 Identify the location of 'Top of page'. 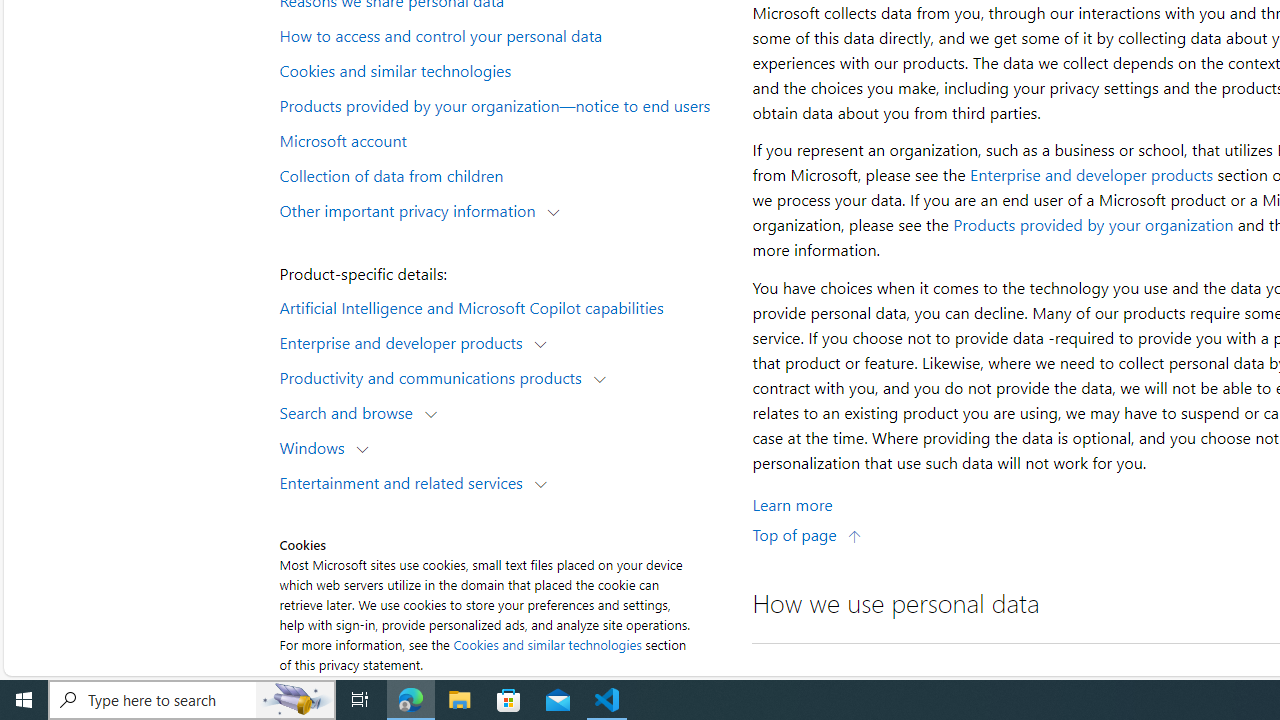
(807, 533).